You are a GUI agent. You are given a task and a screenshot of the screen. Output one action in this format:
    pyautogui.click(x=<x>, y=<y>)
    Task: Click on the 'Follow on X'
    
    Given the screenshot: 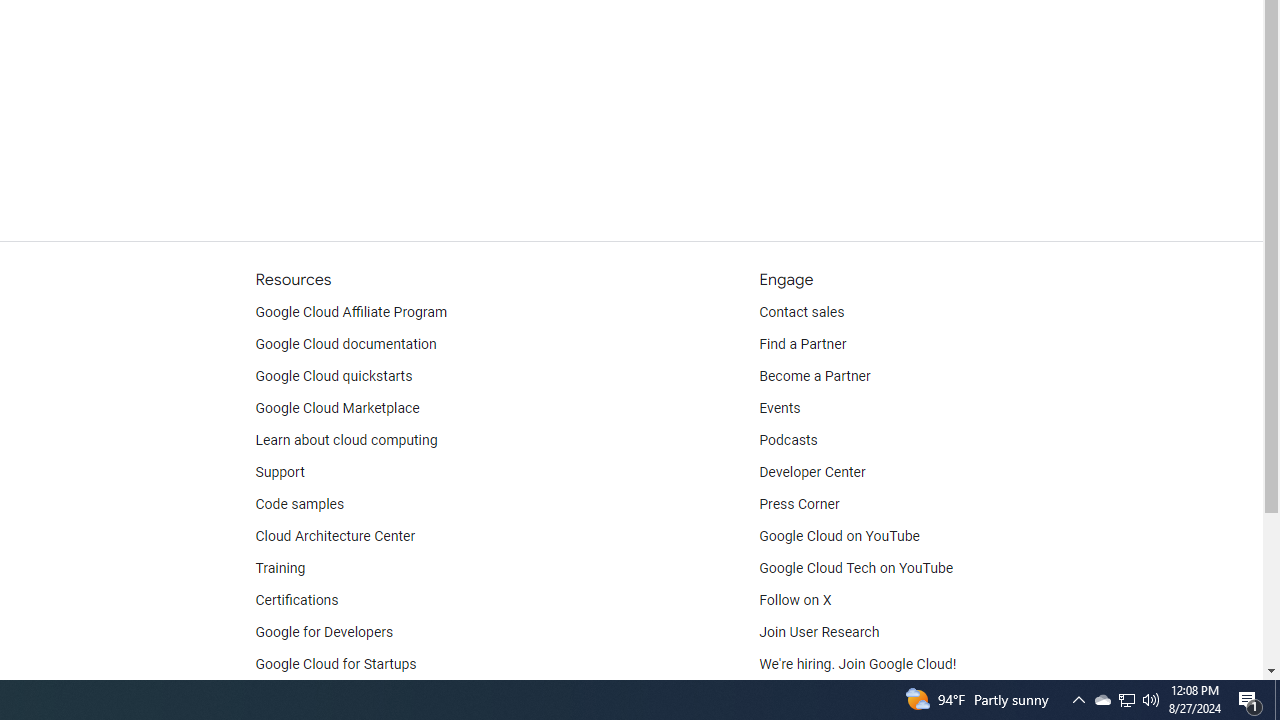 What is the action you would take?
    pyautogui.click(x=794, y=599)
    